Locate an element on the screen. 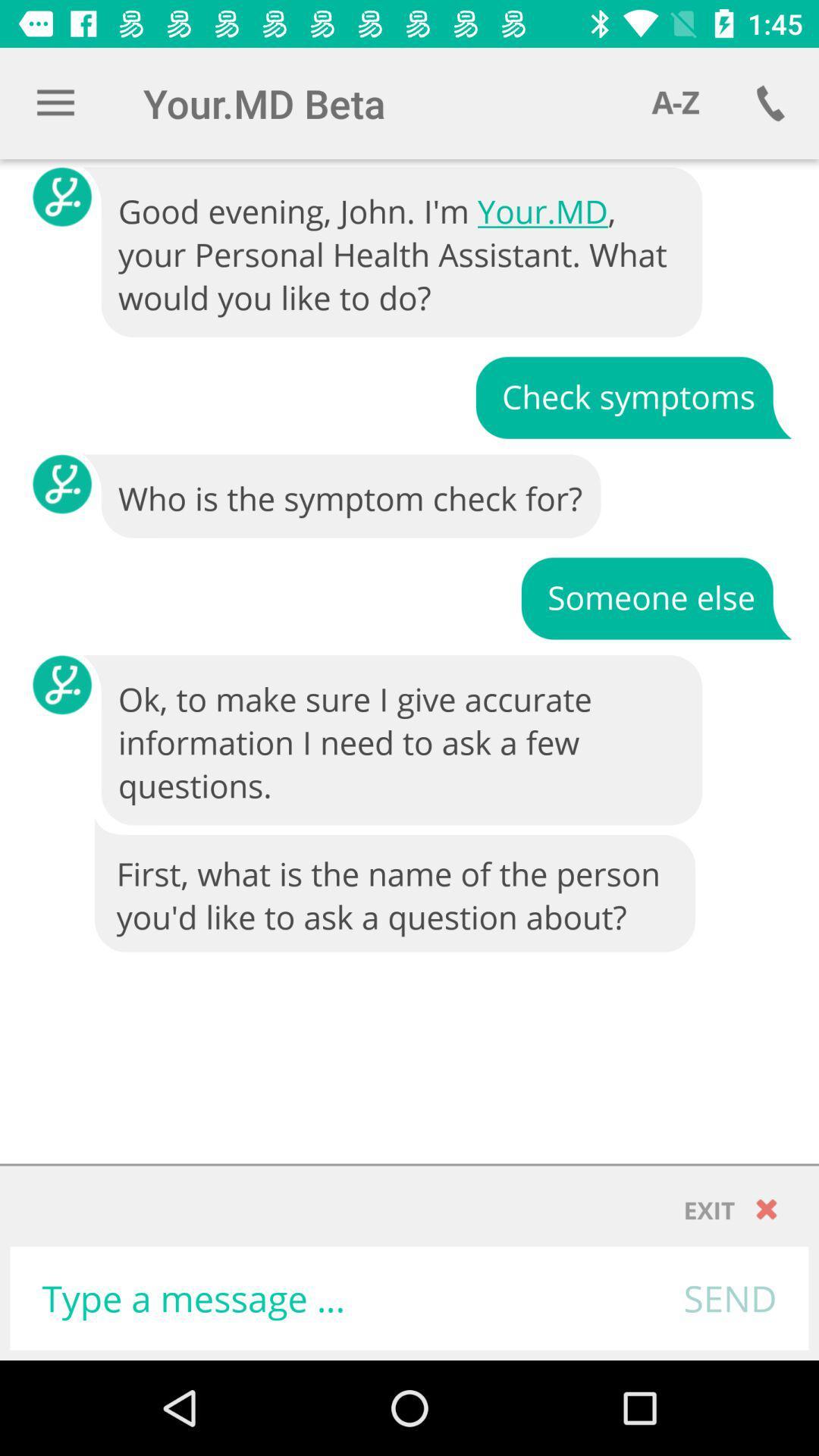  item above the good evening john is located at coordinates (675, 102).